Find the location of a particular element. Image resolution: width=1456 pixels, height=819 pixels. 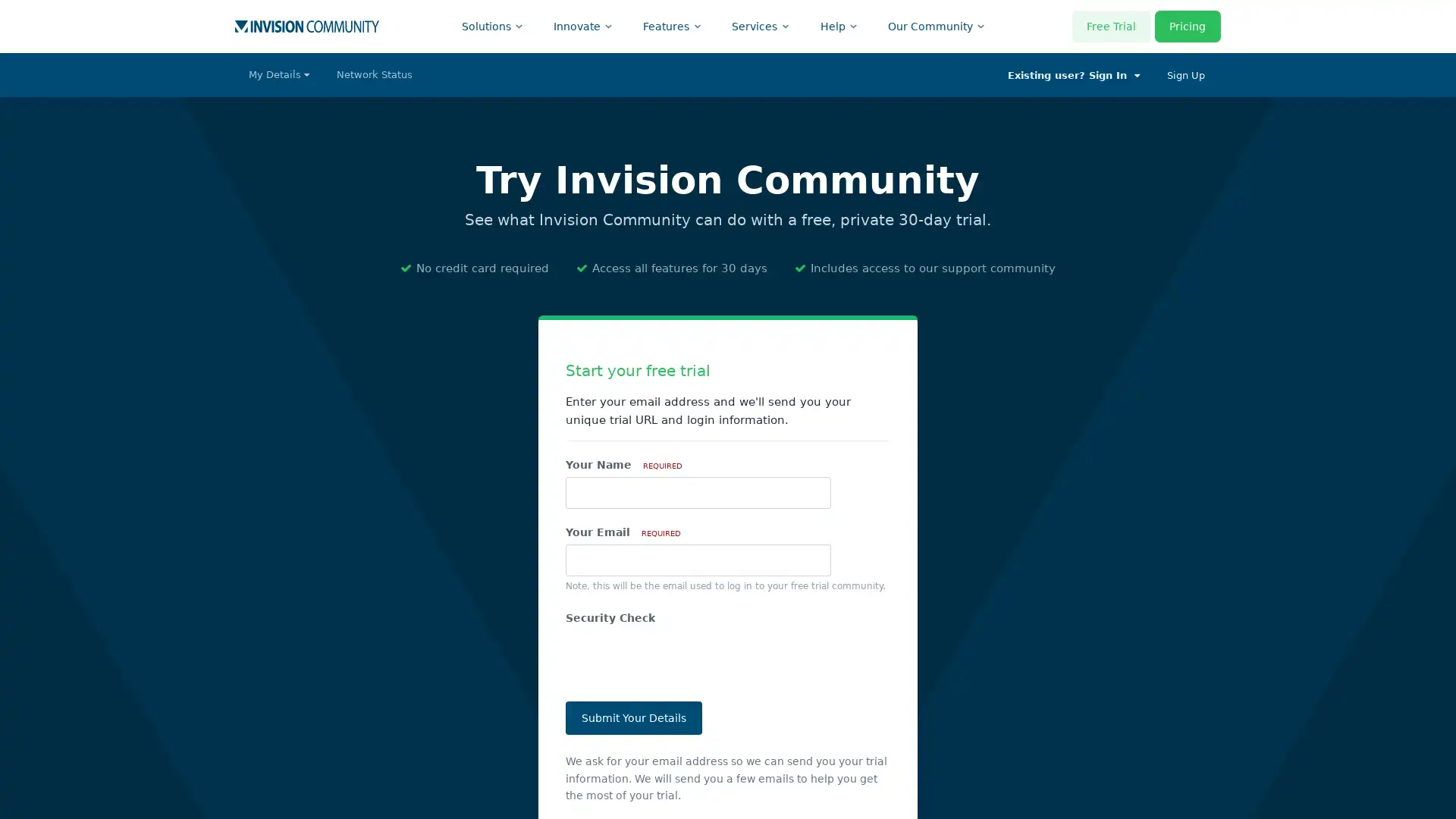

Submit Your Details is located at coordinates (633, 717).